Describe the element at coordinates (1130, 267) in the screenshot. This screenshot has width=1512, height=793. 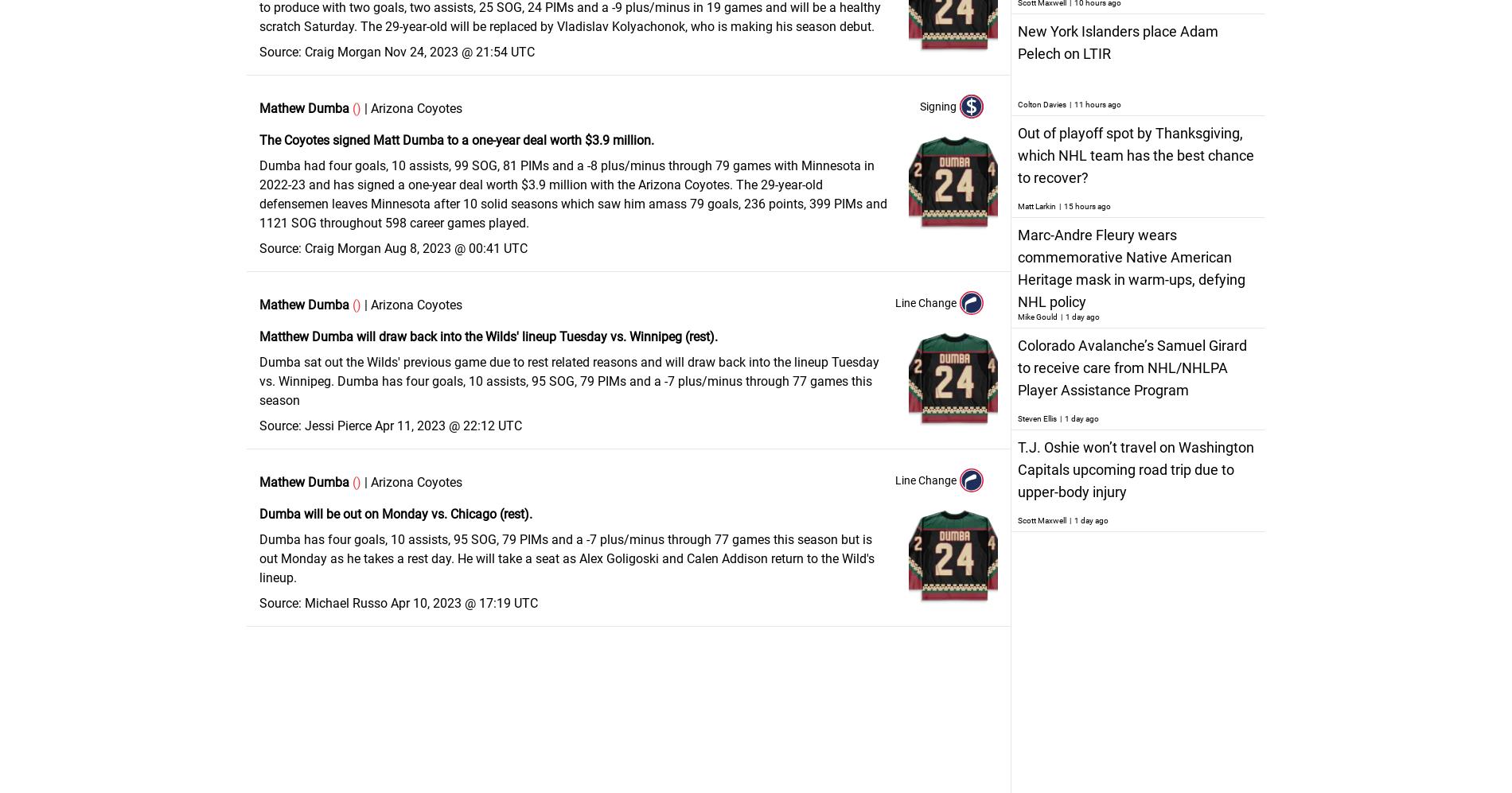
I see `'Marc-Andre Fleury wears commemorative Native American Heritage mask in warm-ups, defying NHL policy'` at that location.